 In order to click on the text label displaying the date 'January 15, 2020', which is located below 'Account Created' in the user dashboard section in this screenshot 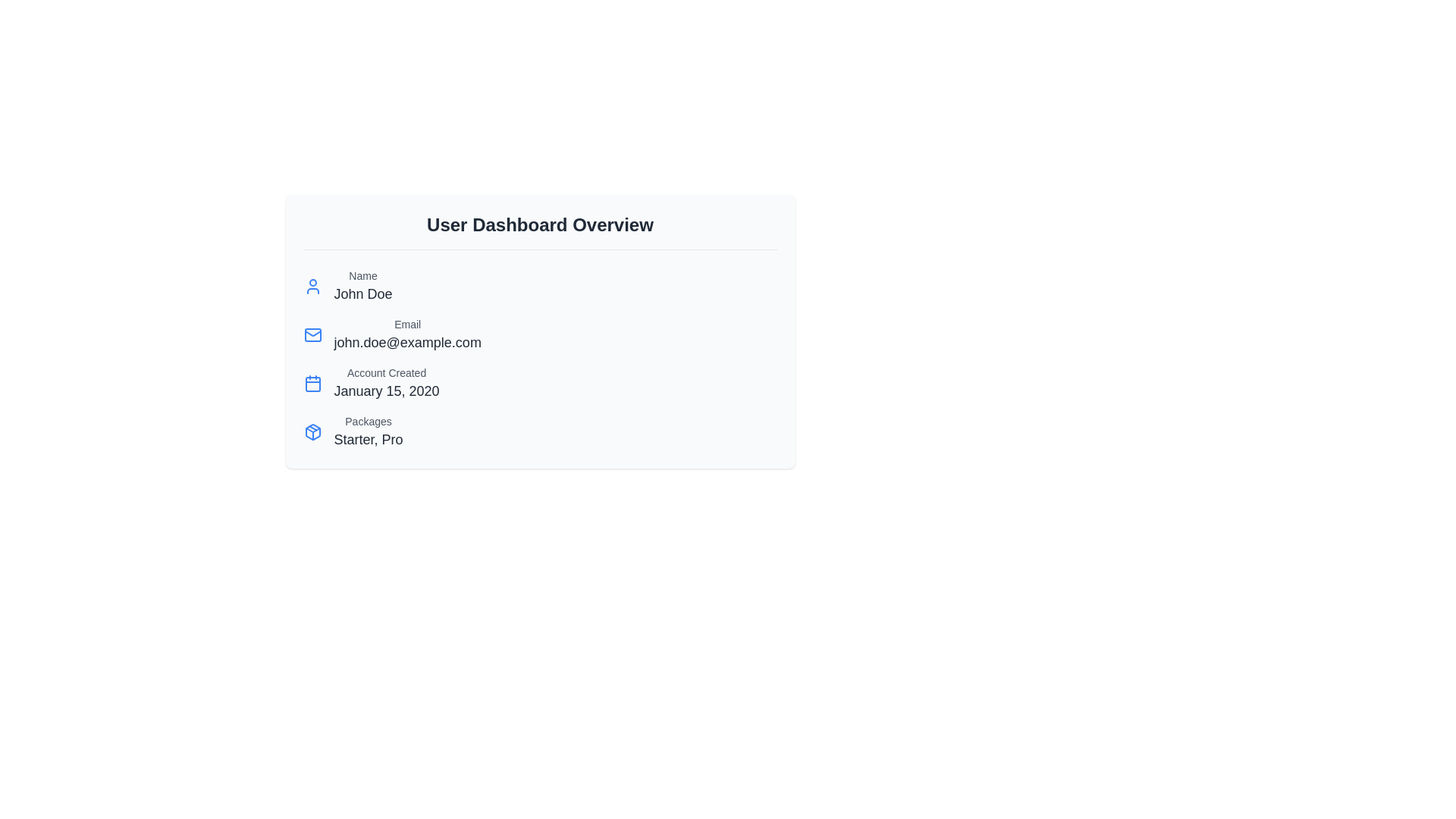, I will do `click(387, 391)`.